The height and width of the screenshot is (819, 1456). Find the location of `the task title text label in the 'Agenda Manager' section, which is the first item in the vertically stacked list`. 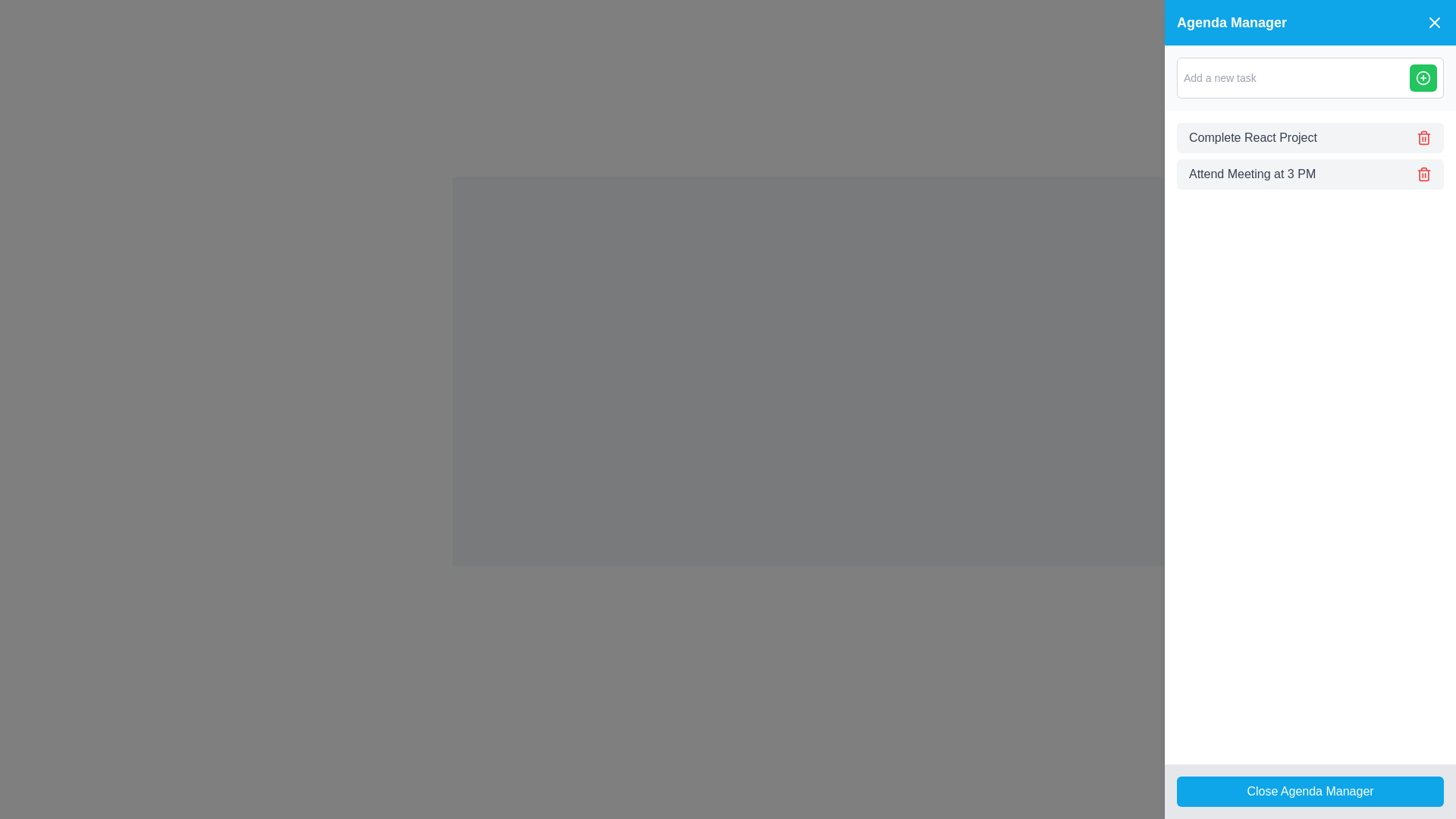

the task title text label in the 'Agenda Manager' section, which is the first item in the vertically stacked list is located at coordinates (1253, 137).